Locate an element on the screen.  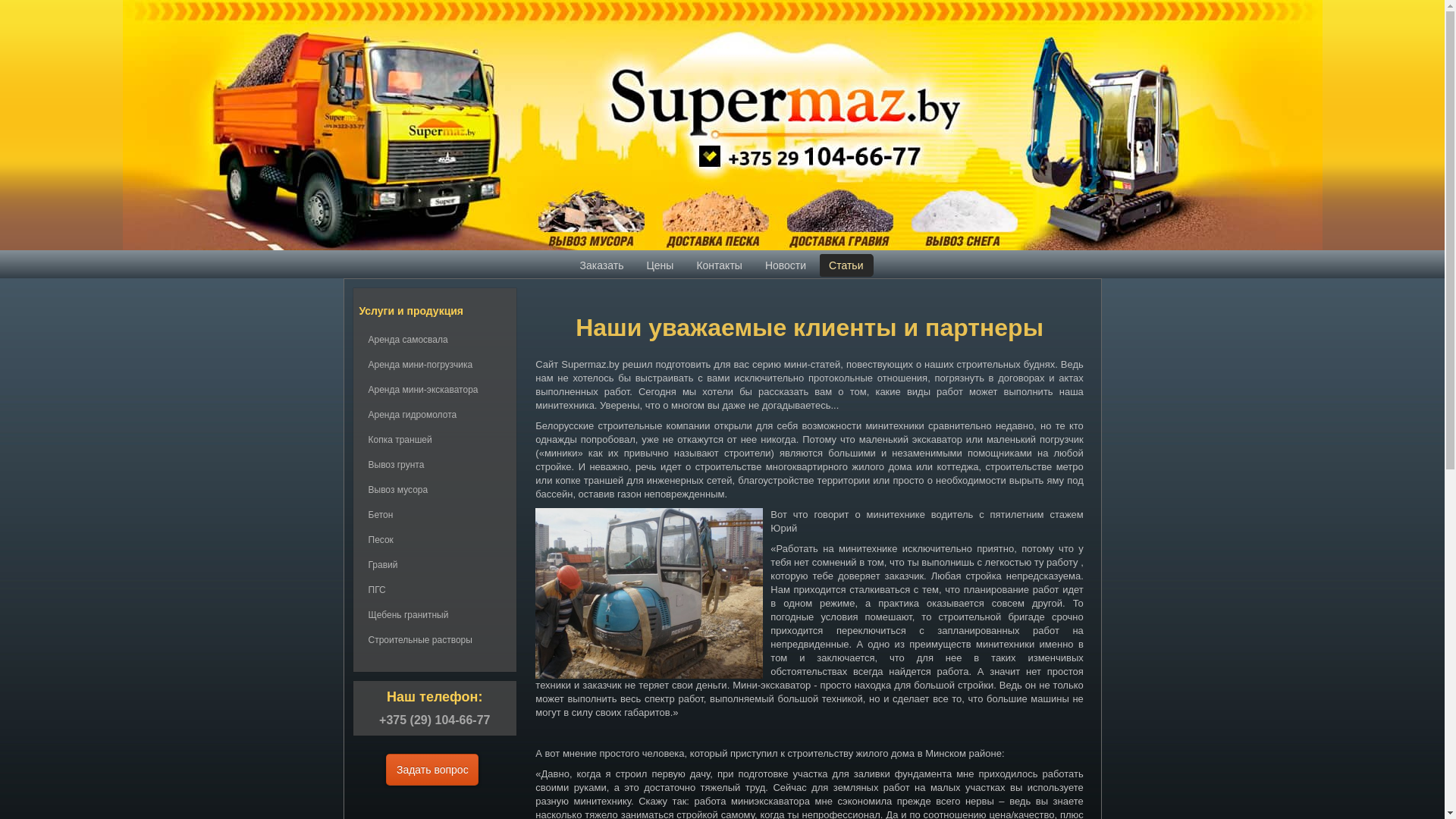
'+375 (29) 104-66-77' is located at coordinates (433, 719).